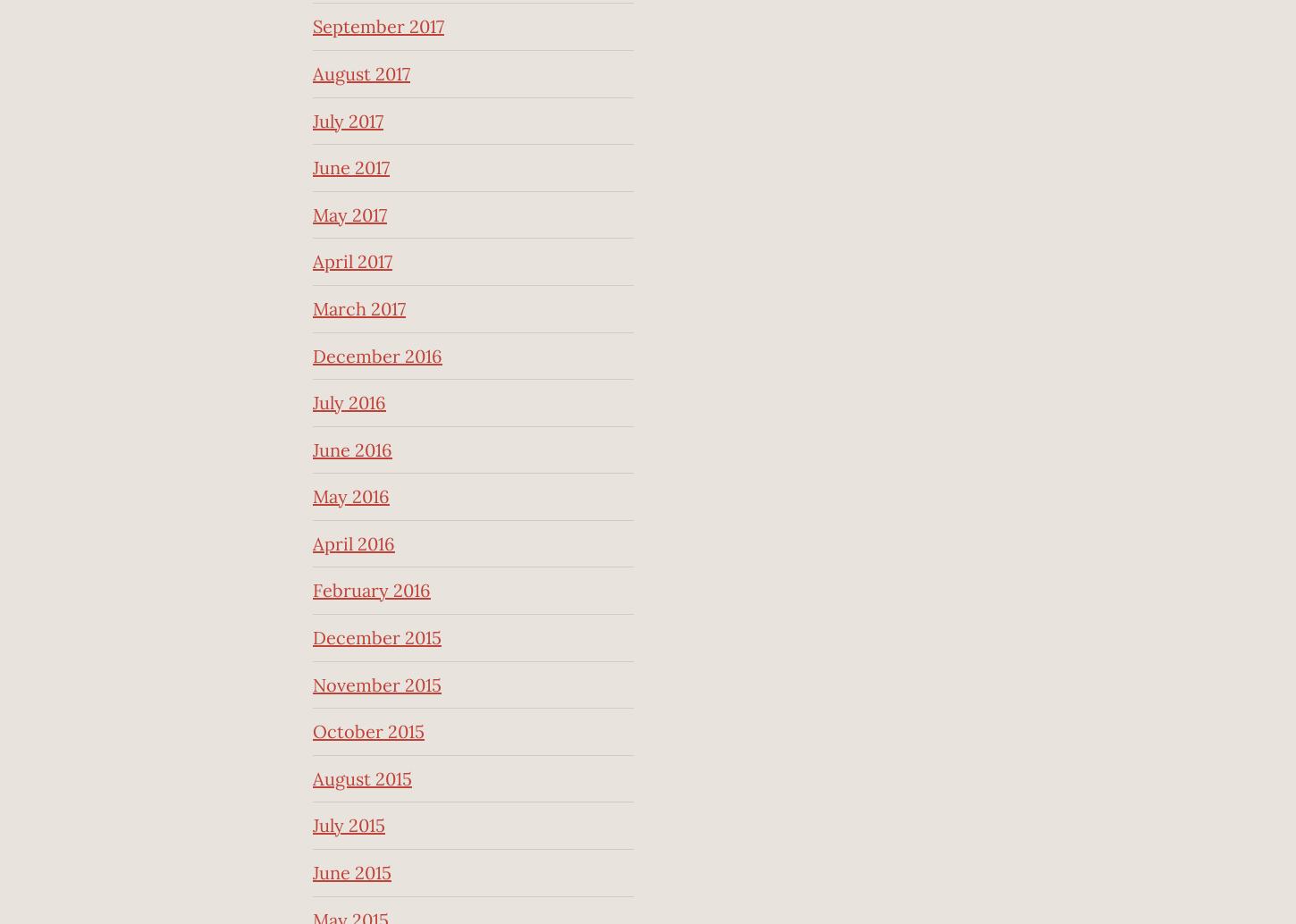 This screenshot has height=924, width=1296. I want to click on 'June 2017', so click(313, 167).